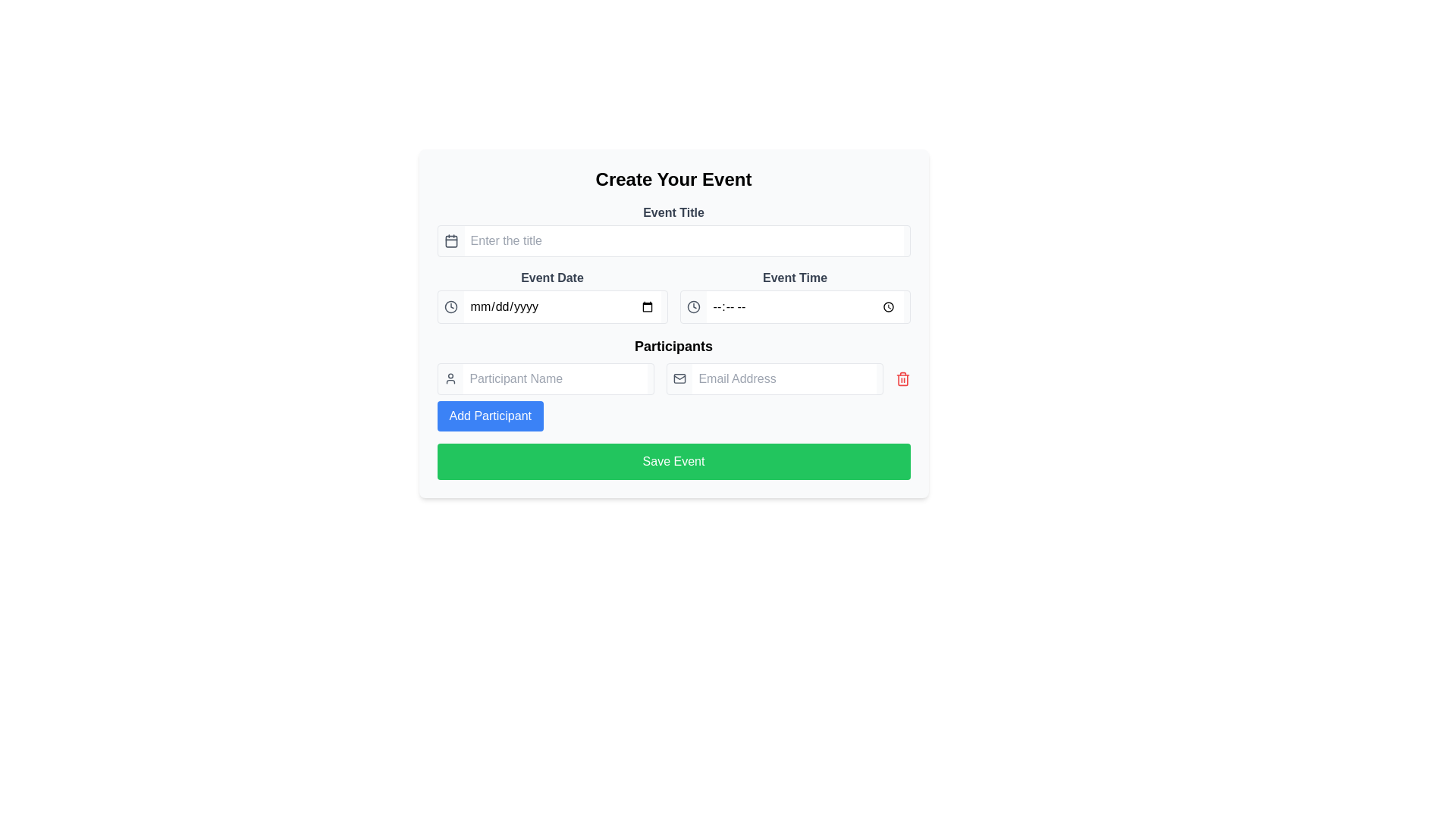  I want to click on the Text label that indicates the expected data type for the date input field, located under the 'Event Title' field and above the date input field with the placeholder 'mm/dd/yyyy', so click(551, 278).